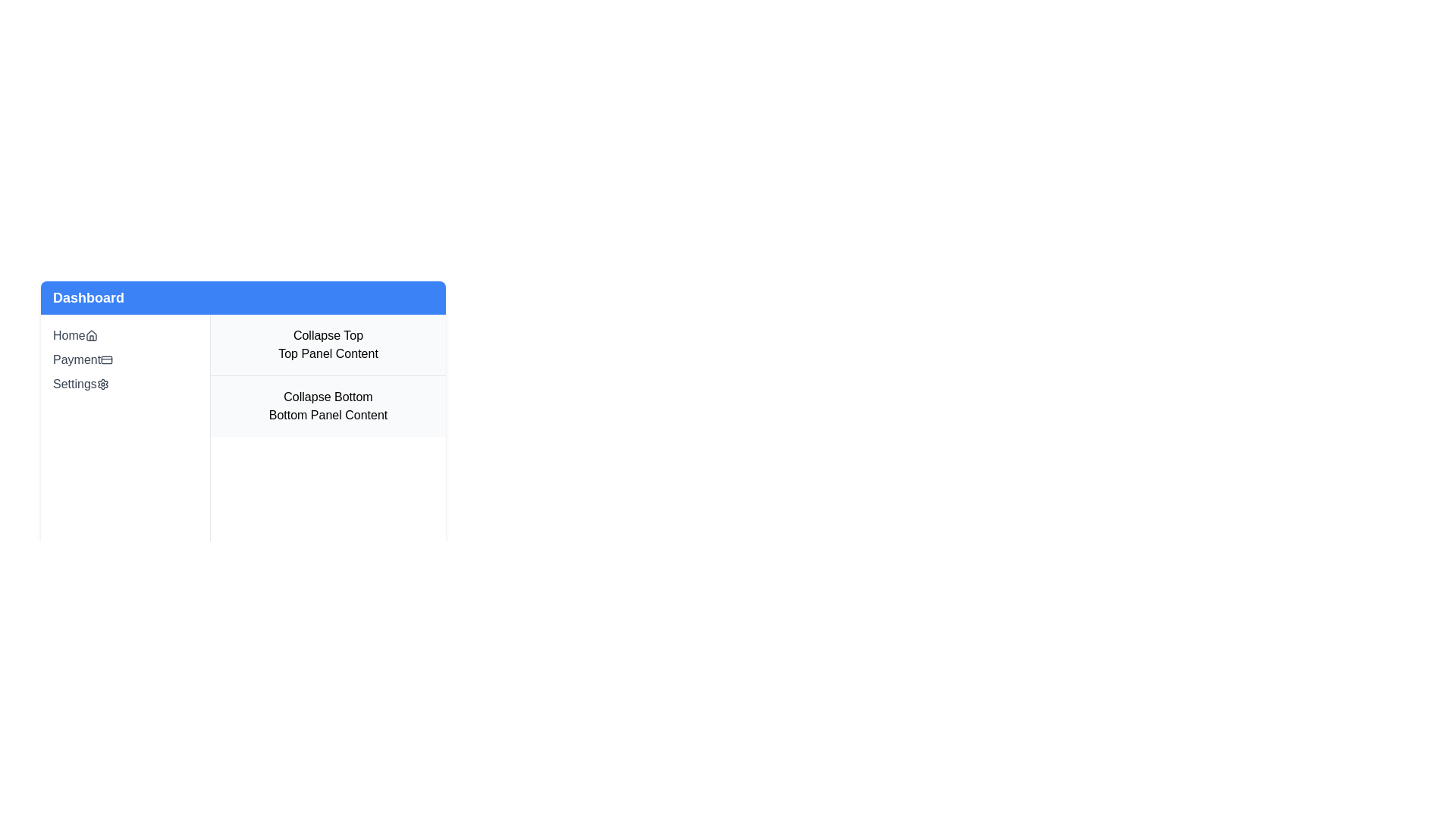 This screenshot has width=1456, height=819. What do you see at coordinates (102, 383) in the screenshot?
I see `the gear icon in the settings menu` at bounding box center [102, 383].